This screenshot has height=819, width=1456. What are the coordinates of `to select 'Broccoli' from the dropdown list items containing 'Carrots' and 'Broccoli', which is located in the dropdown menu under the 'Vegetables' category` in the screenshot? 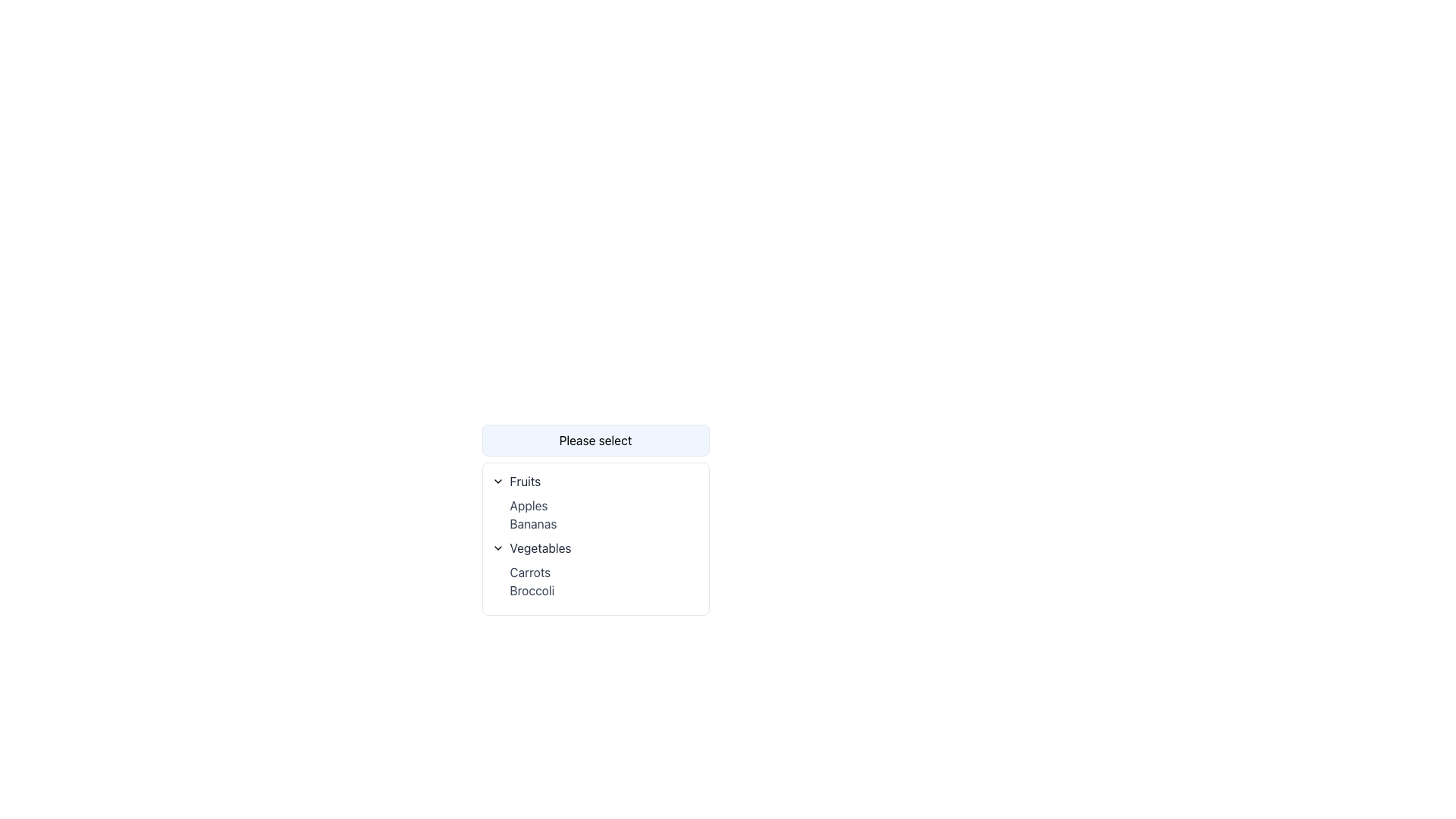 It's located at (595, 581).